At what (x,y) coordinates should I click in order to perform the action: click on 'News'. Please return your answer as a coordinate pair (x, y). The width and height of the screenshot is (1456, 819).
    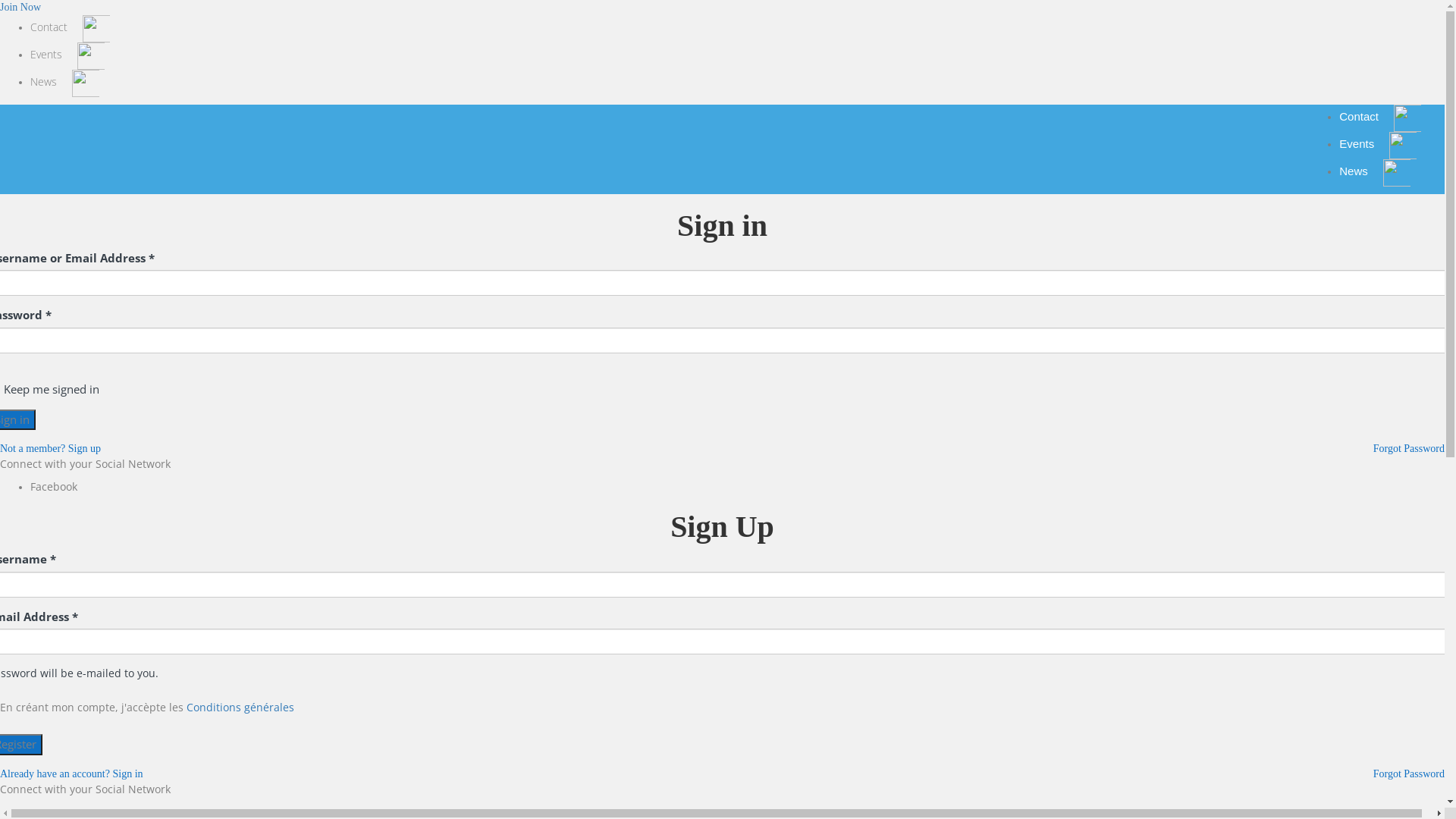
    Looking at the image, I should click on (30, 82).